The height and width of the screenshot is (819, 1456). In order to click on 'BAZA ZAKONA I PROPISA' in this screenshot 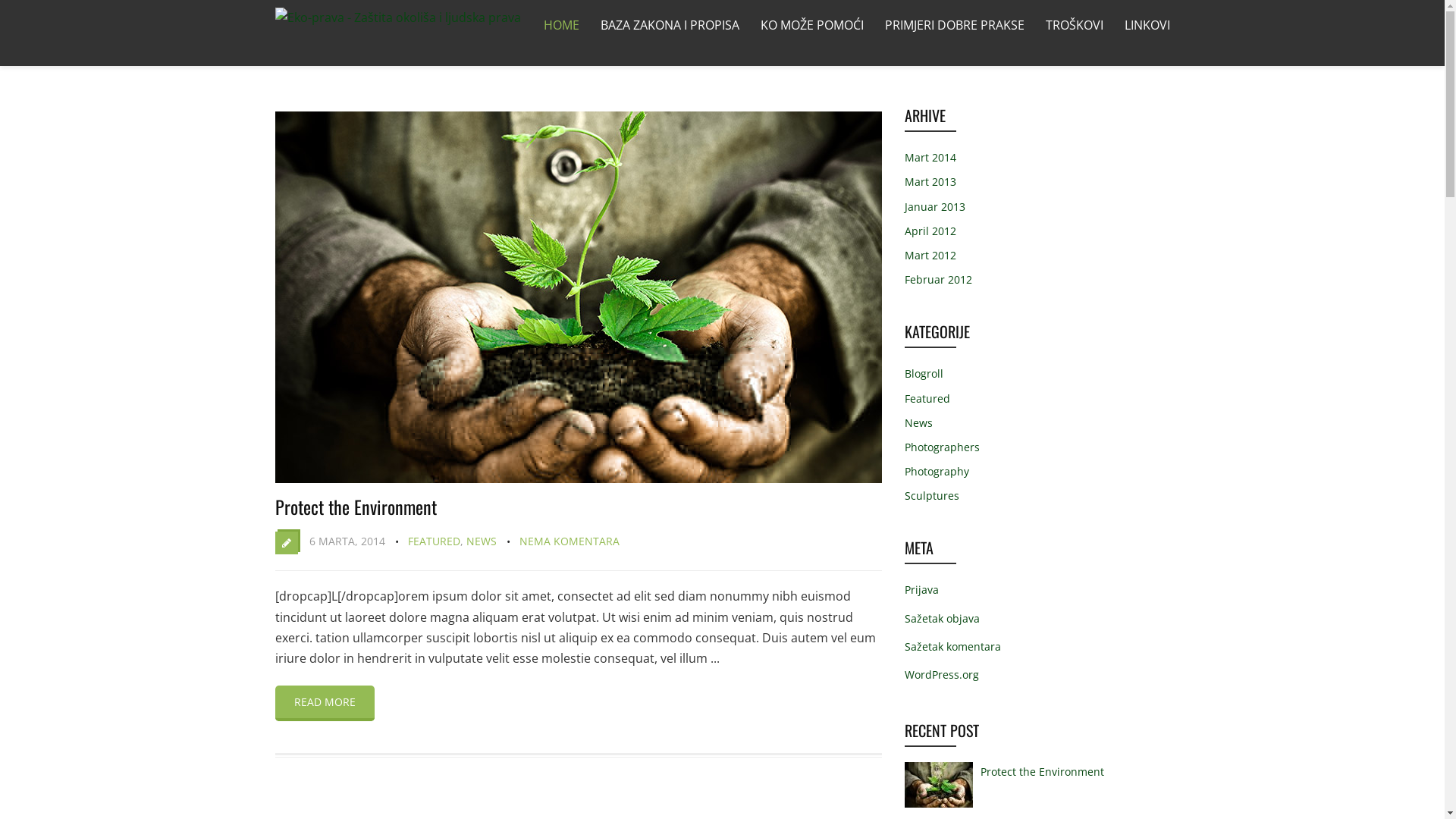, I will do `click(669, 25)`.